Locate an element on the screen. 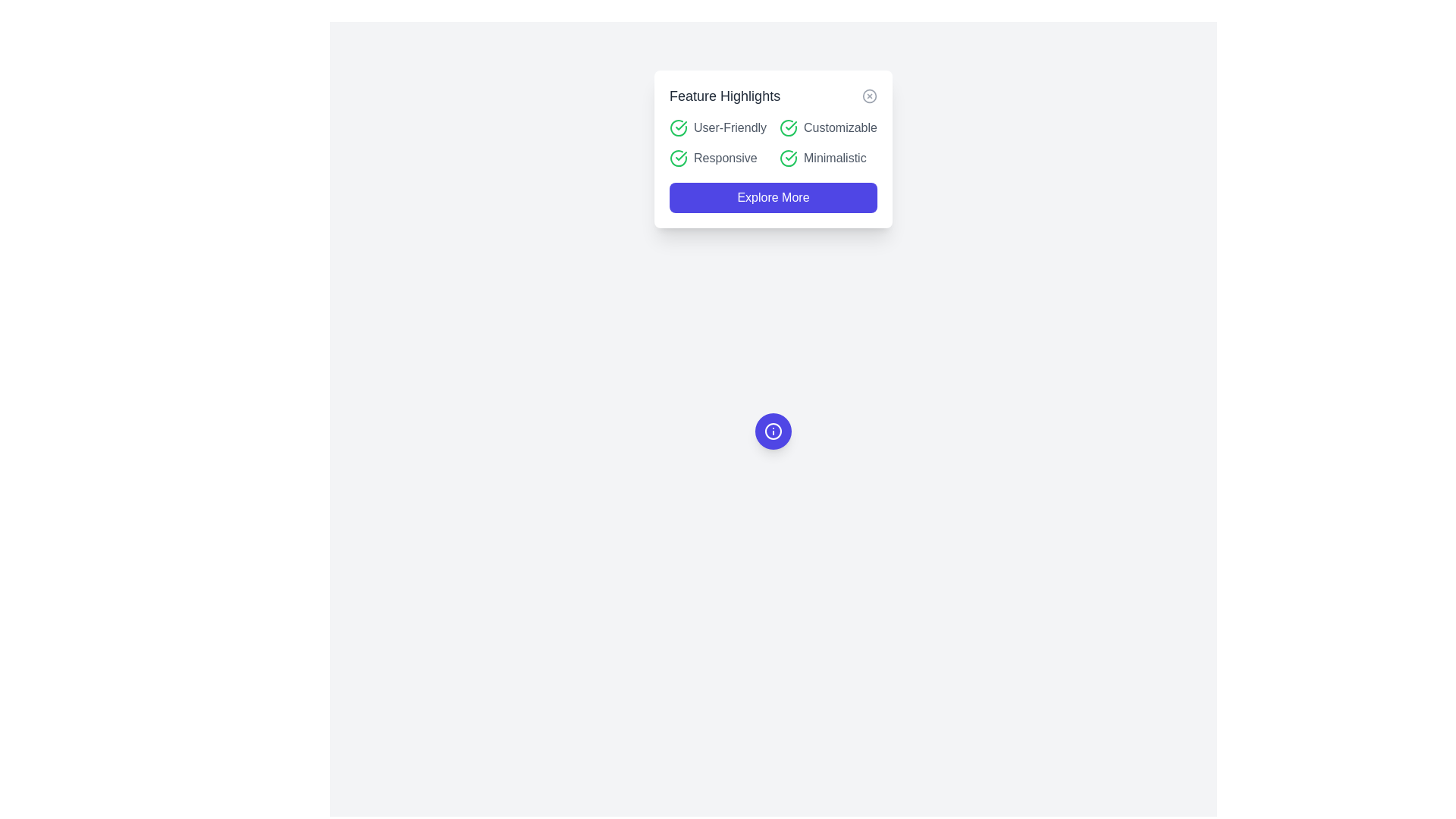 The height and width of the screenshot is (819, 1456). the 'Explore More' button with a vivid indigo background is located at coordinates (773, 197).